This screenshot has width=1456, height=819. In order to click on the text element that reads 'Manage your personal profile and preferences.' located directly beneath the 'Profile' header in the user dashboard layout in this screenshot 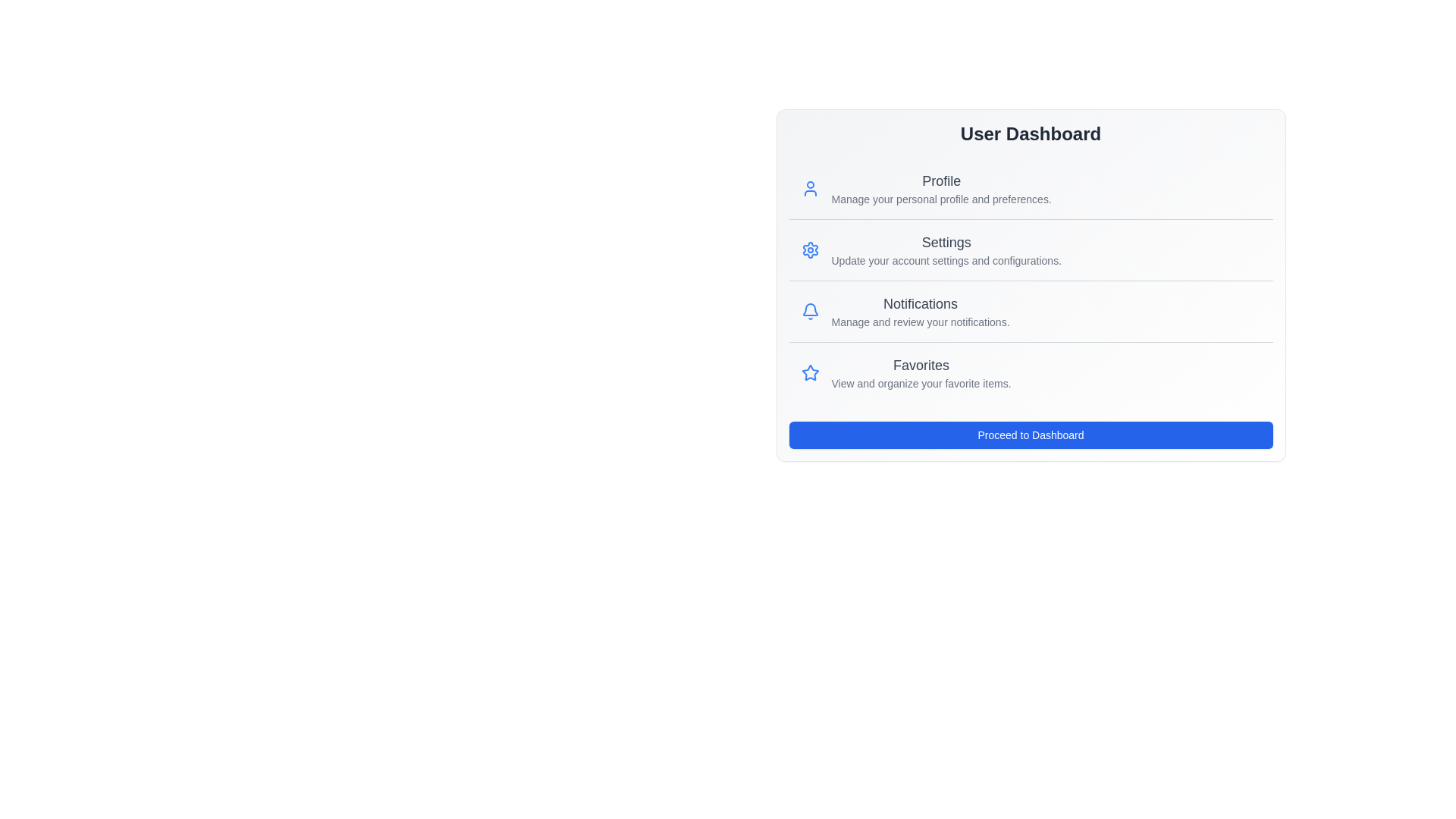, I will do `click(940, 198)`.